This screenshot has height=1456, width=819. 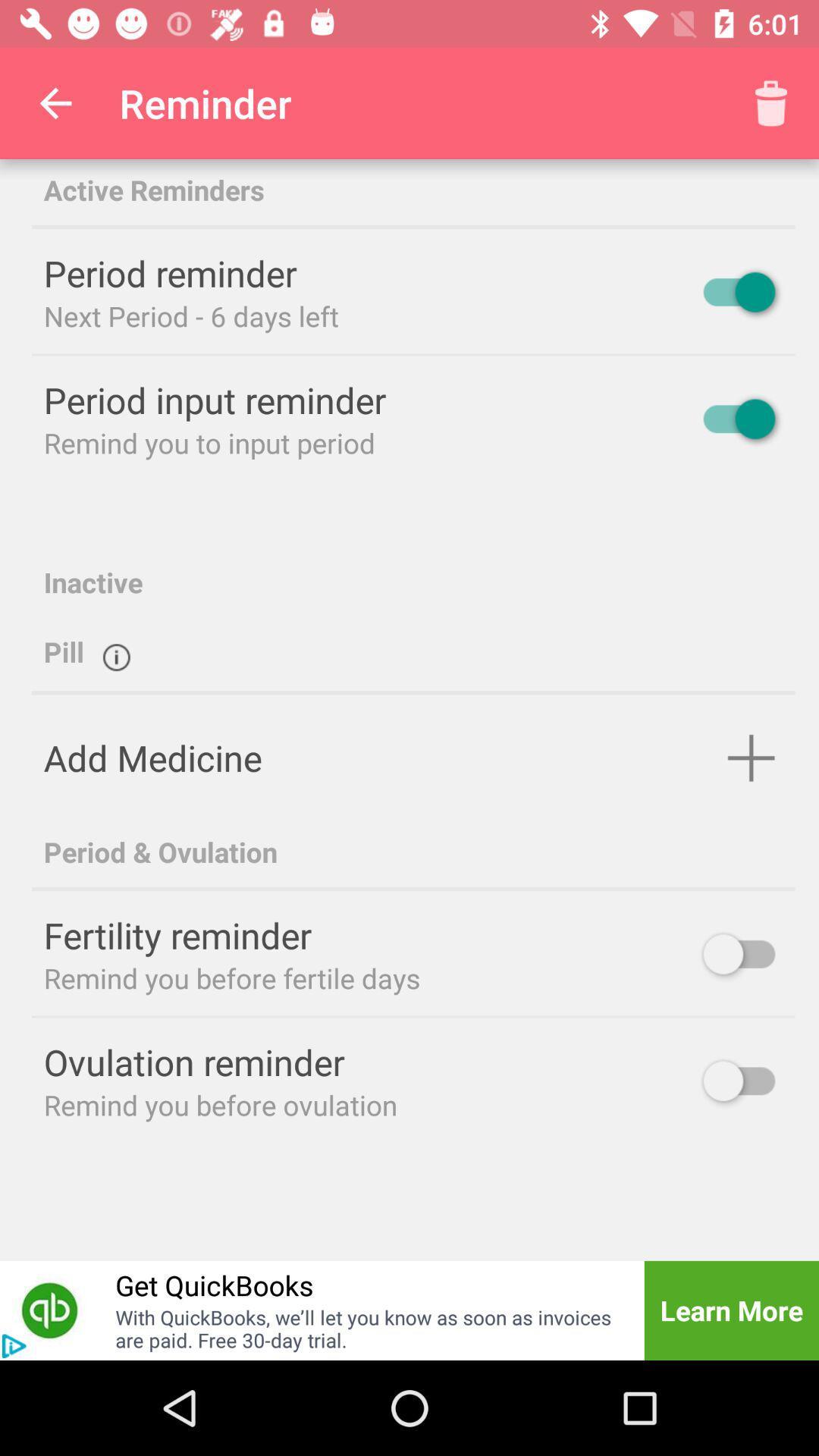 I want to click on get quickbooks, so click(x=49, y=1310).